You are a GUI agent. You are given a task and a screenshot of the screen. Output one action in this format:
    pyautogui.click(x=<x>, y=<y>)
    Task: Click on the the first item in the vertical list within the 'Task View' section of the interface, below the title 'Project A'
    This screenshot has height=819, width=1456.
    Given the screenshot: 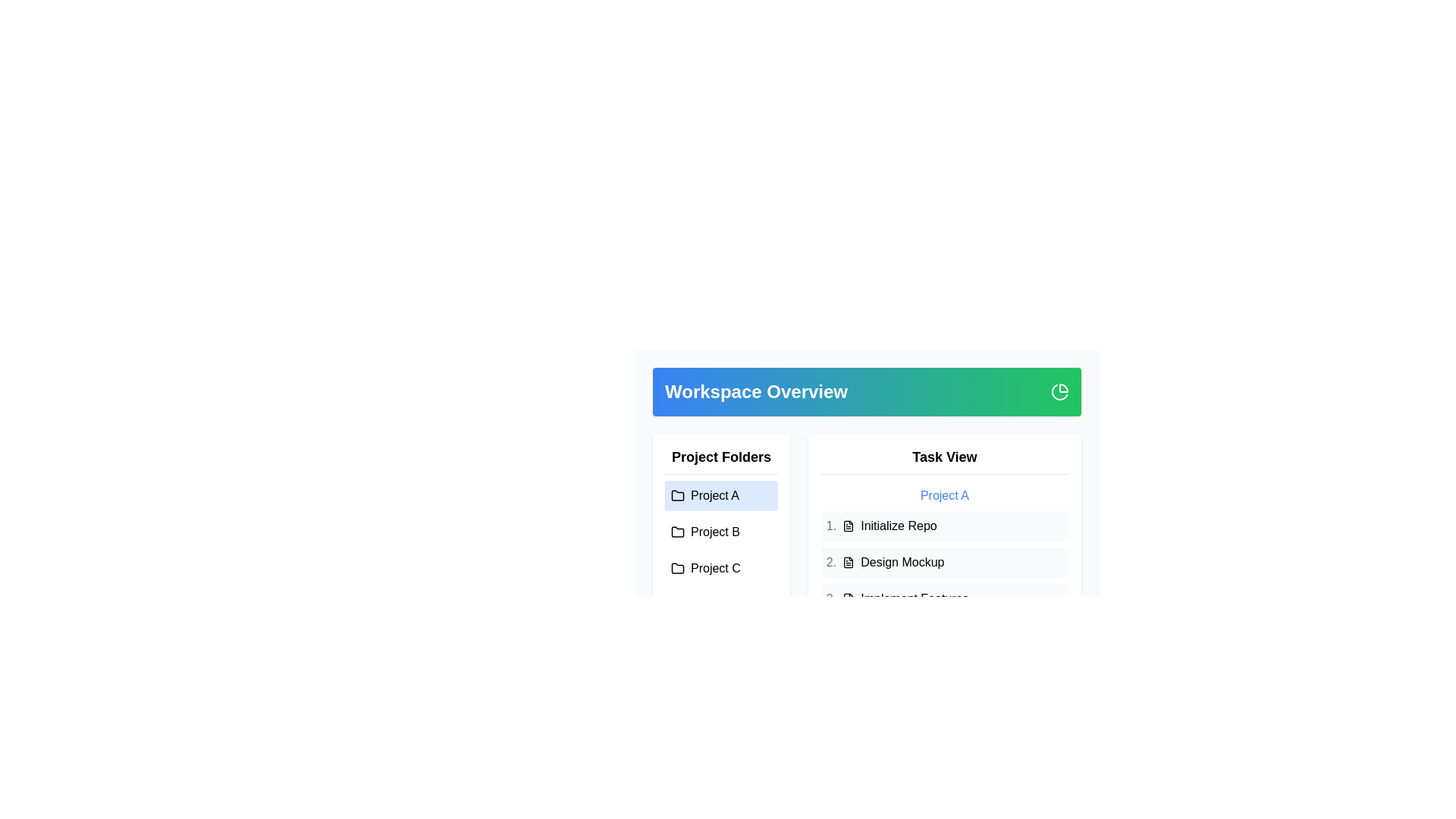 What is the action you would take?
    pyautogui.click(x=943, y=526)
    